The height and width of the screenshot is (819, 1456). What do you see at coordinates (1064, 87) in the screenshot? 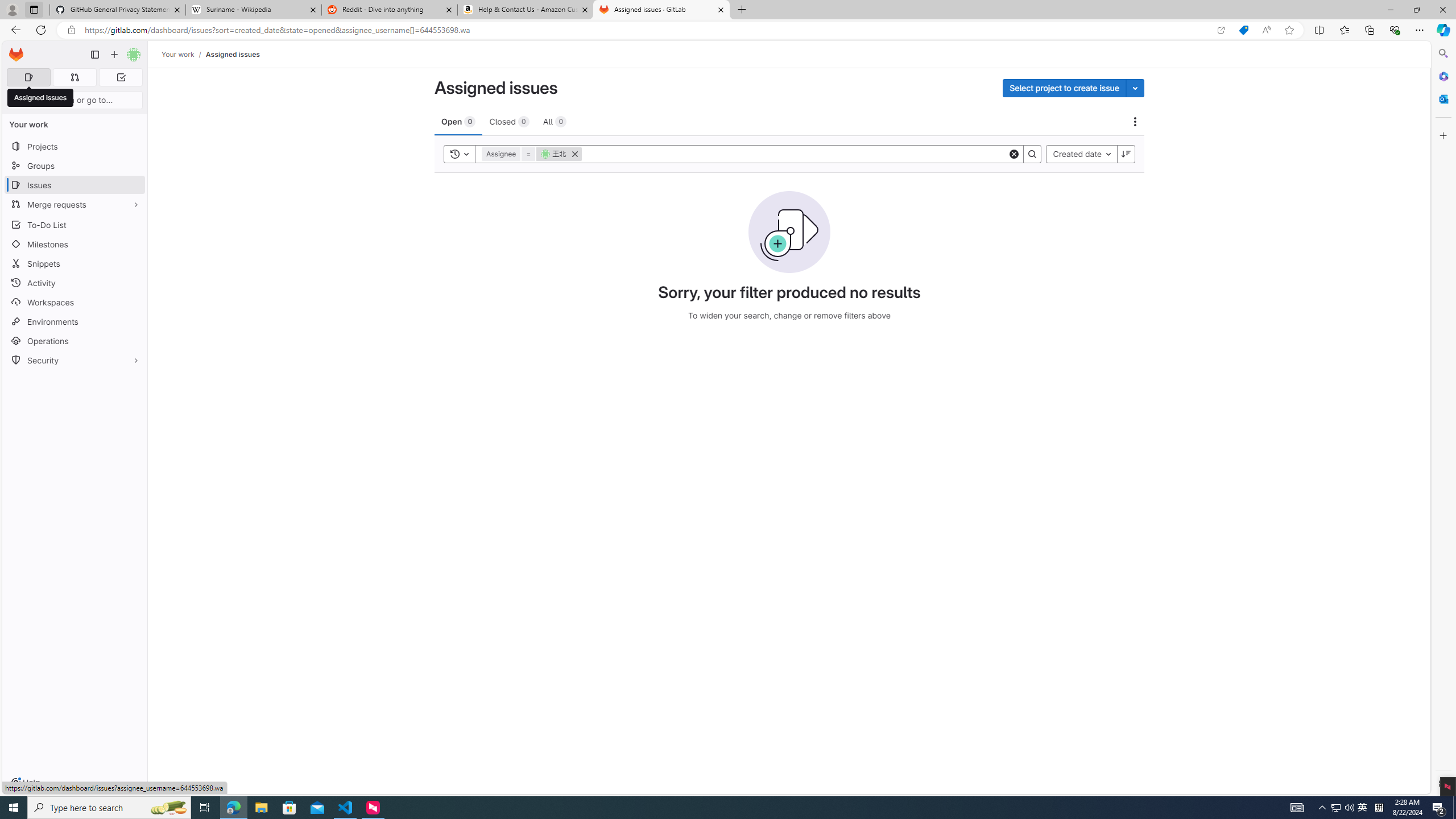
I see `'Select project to create issue'` at bounding box center [1064, 87].